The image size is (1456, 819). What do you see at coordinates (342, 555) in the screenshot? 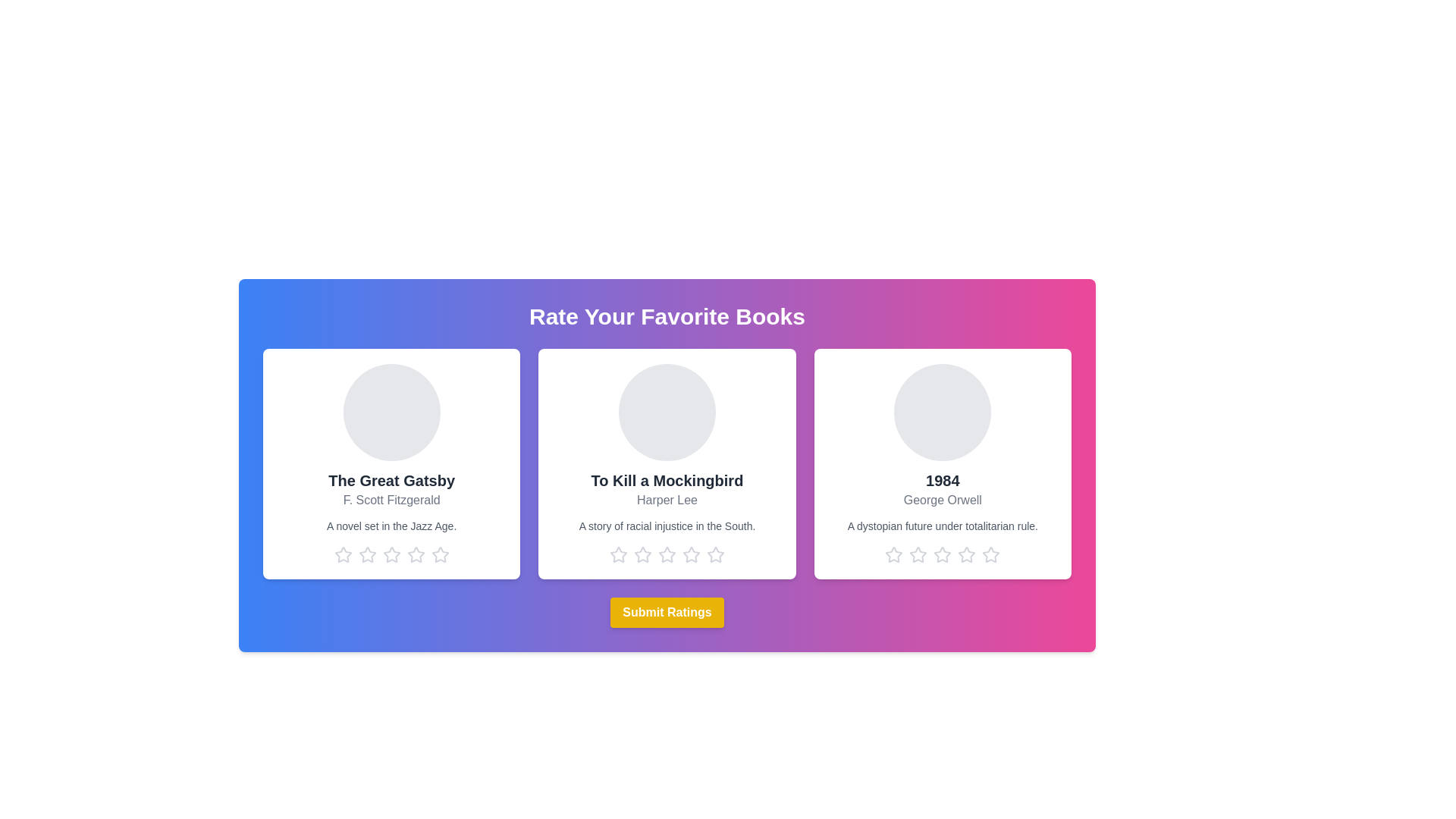
I see `the star corresponding to 1 stars for the book titled The Great Gatsby` at bounding box center [342, 555].